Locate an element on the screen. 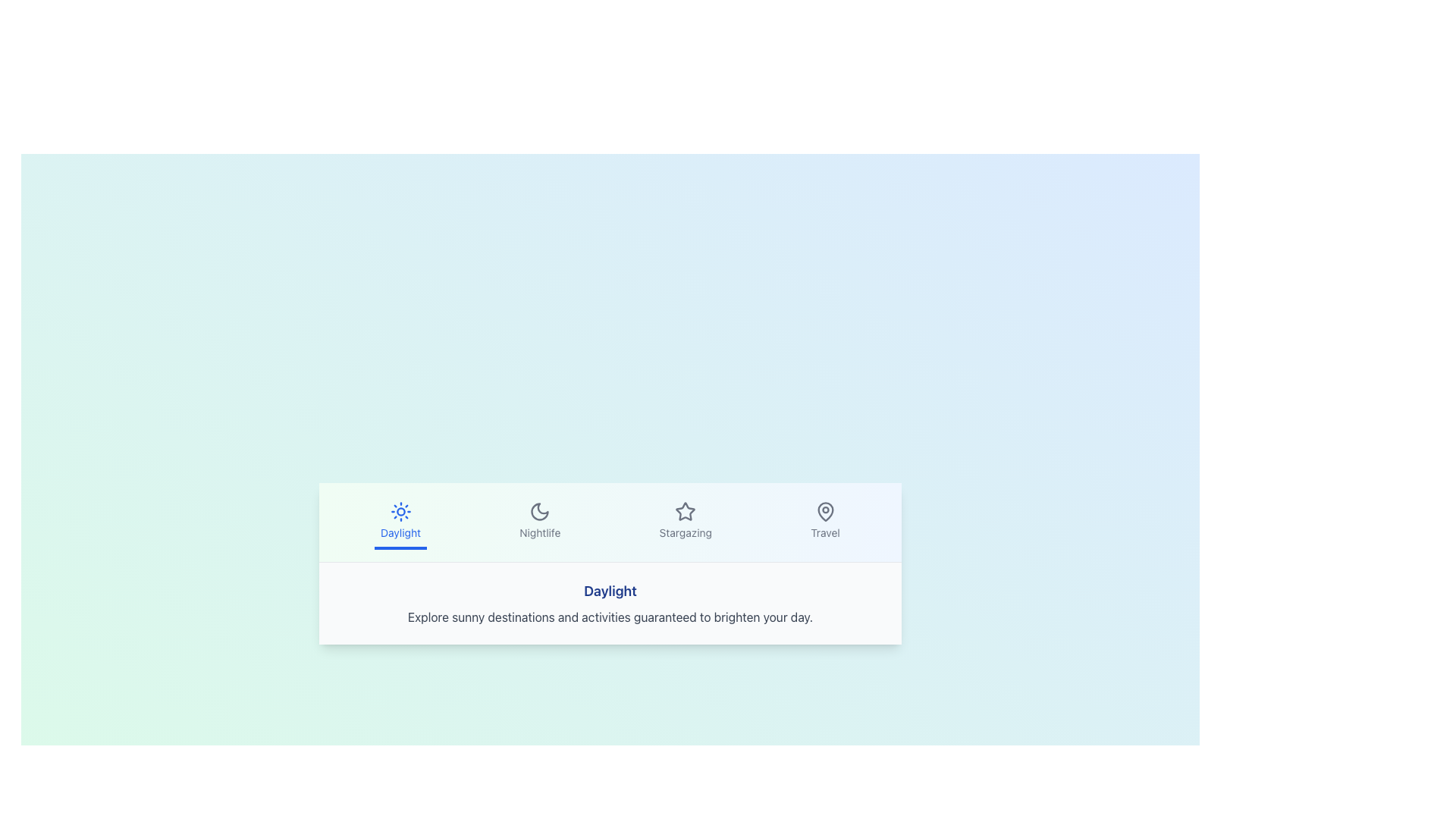 Image resolution: width=1456 pixels, height=819 pixels. the 'Stargazing' button, which is a star-shaped icon followed by the label 'Stargazing' in a vertical layout, located in the horizontal menu bar as the third option from the left is located at coordinates (685, 521).